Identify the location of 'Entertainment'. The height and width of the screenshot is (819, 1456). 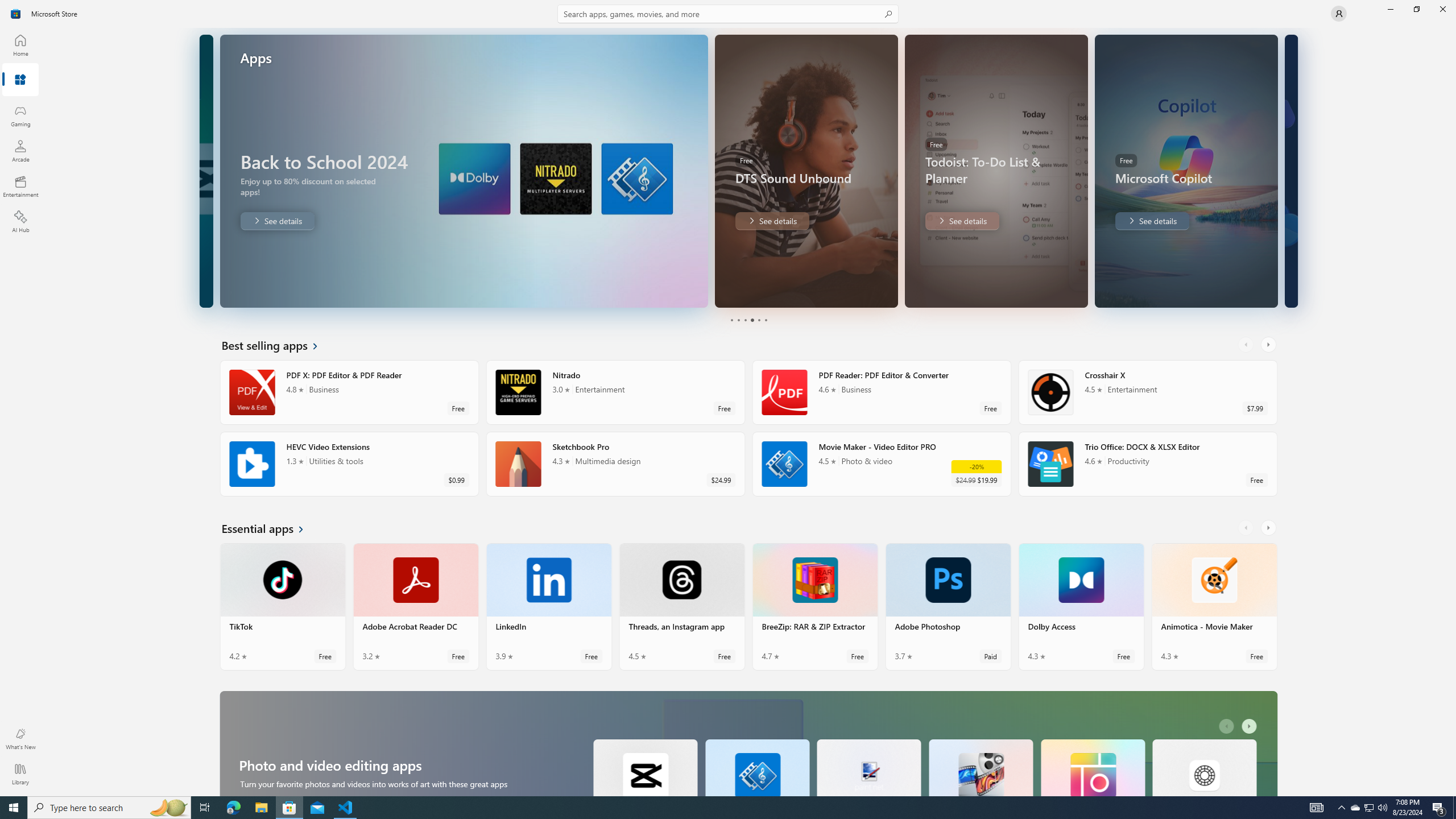
(19, 185).